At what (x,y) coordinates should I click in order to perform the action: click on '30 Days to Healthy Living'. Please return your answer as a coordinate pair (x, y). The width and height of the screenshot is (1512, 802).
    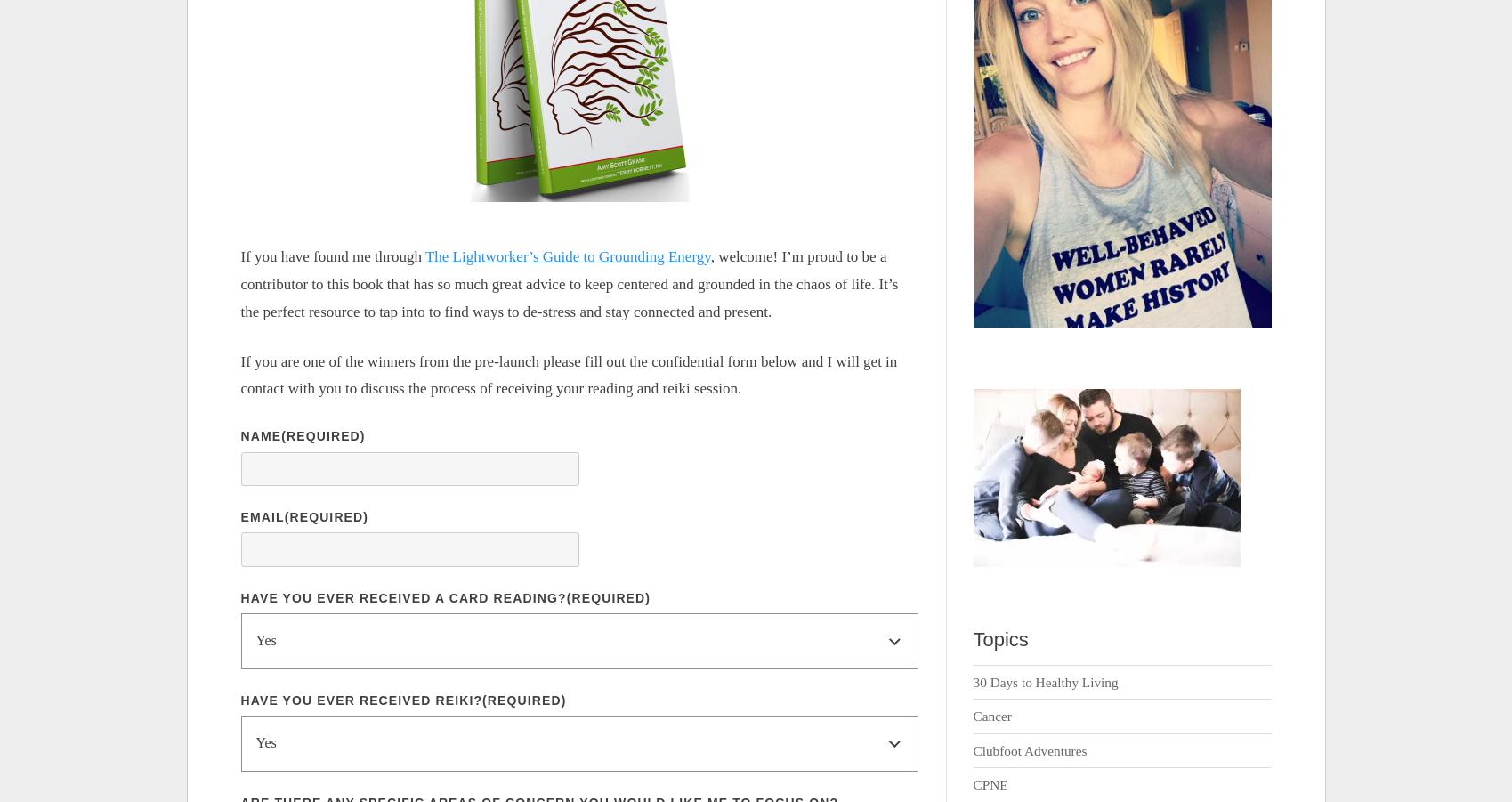
    Looking at the image, I should click on (971, 680).